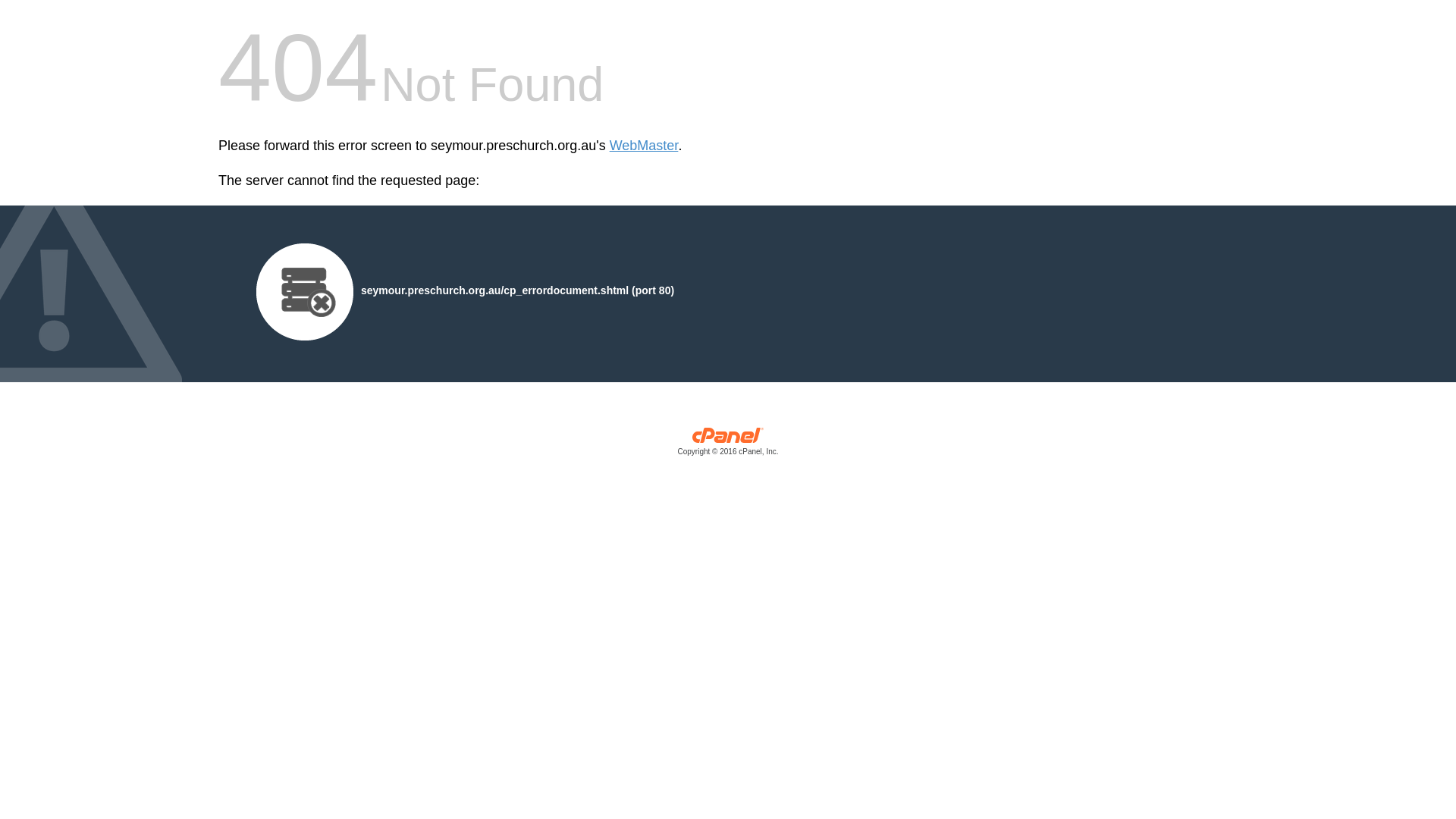 The image size is (1456, 819). I want to click on 'WebMaster', so click(644, 146).